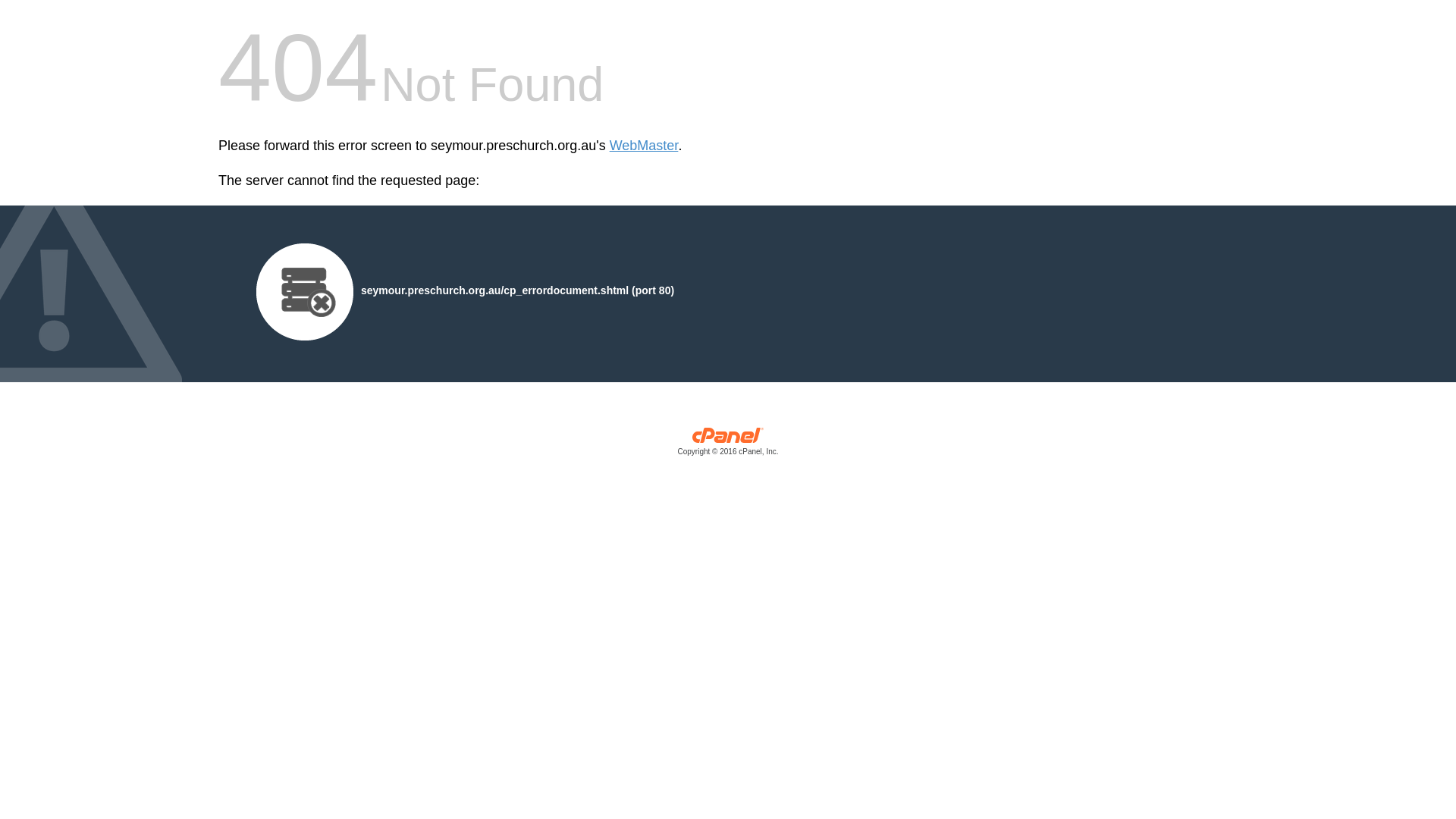 The image size is (1456, 819). I want to click on 'WebMaster', so click(644, 146).